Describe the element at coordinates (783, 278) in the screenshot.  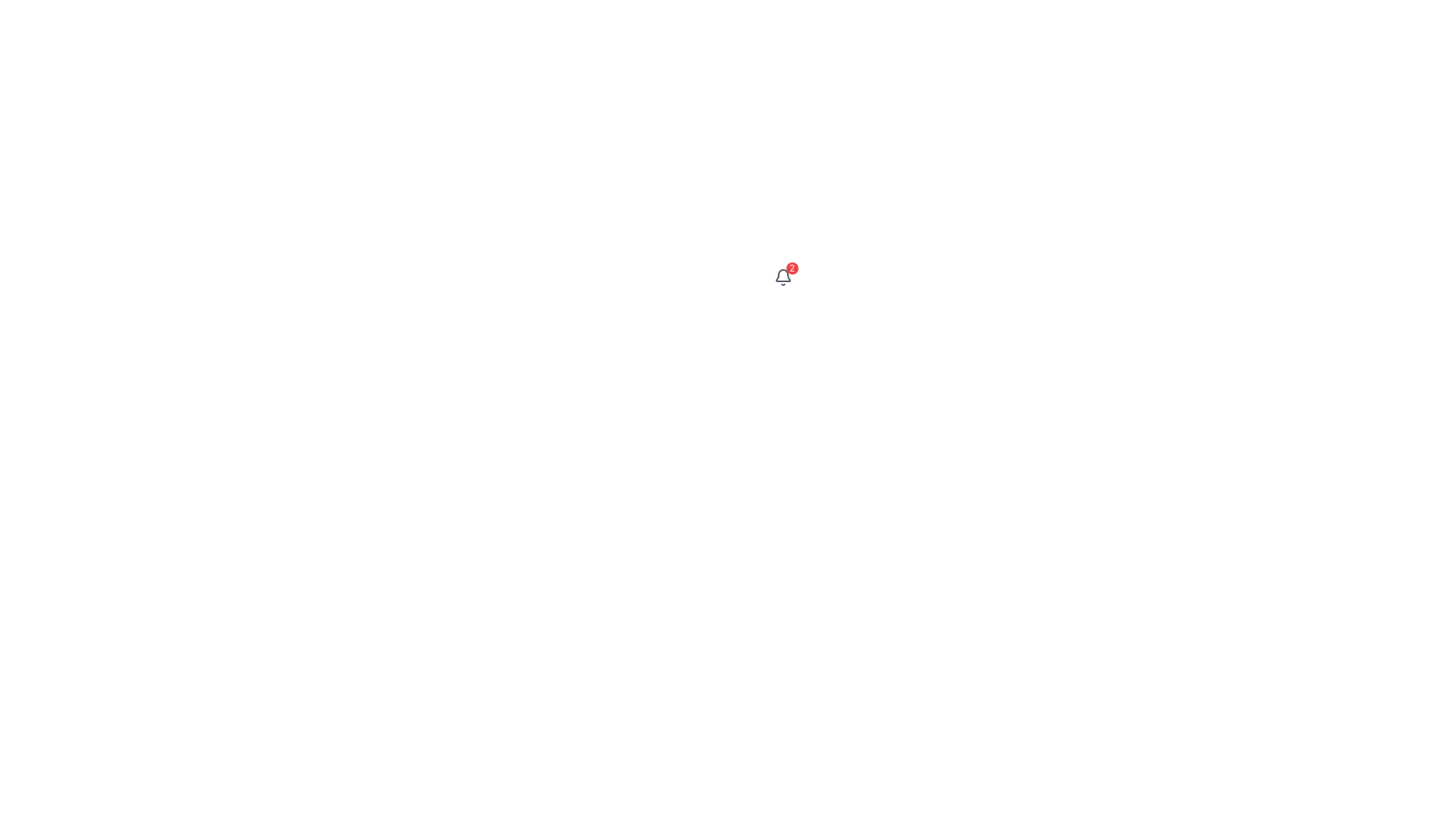
I see `the notification bell icon` at that location.